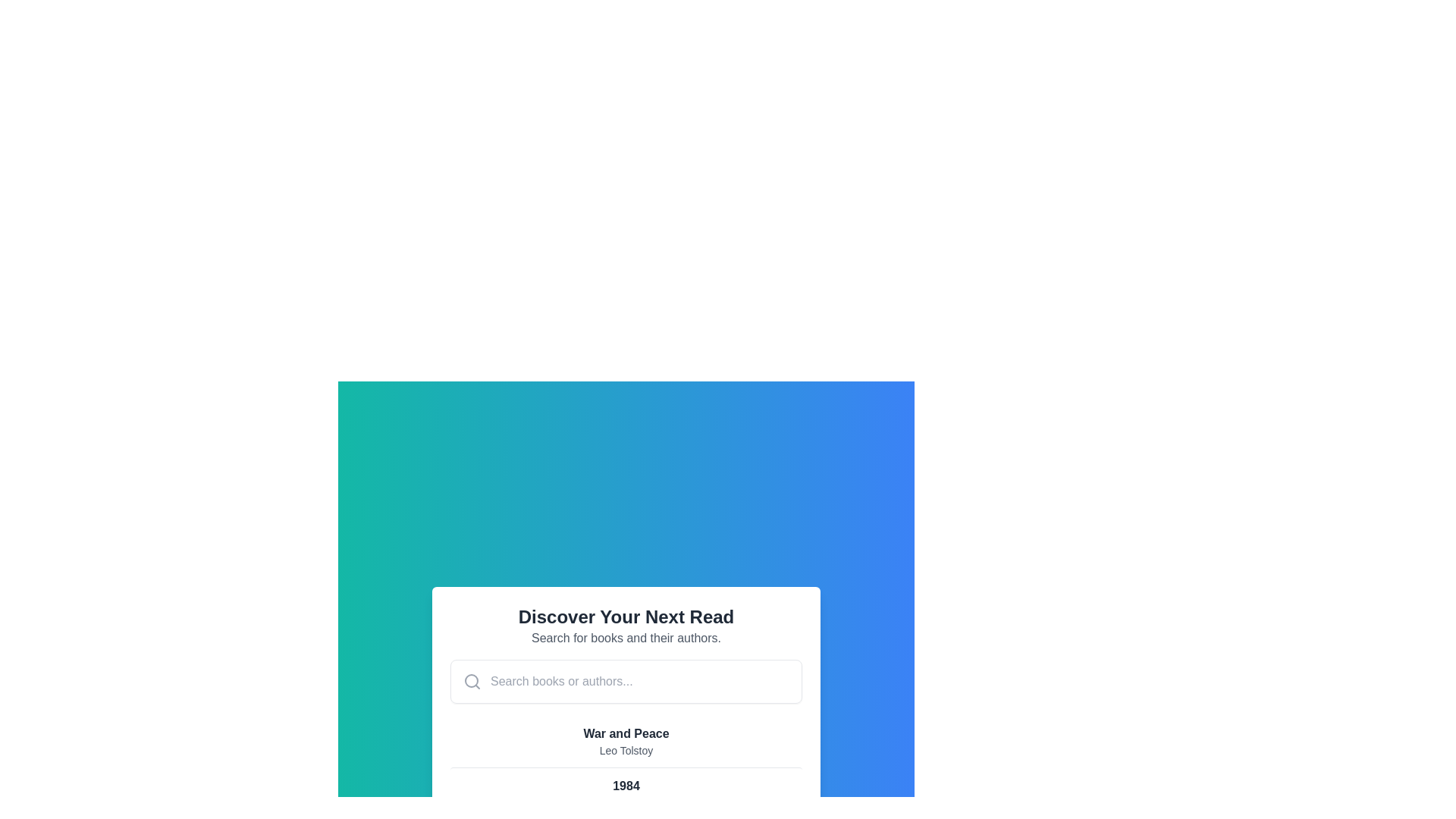  What do you see at coordinates (626, 733) in the screenshot?
I see `the title text displaying 'War and Peace'` at bounding box center [626, 733].